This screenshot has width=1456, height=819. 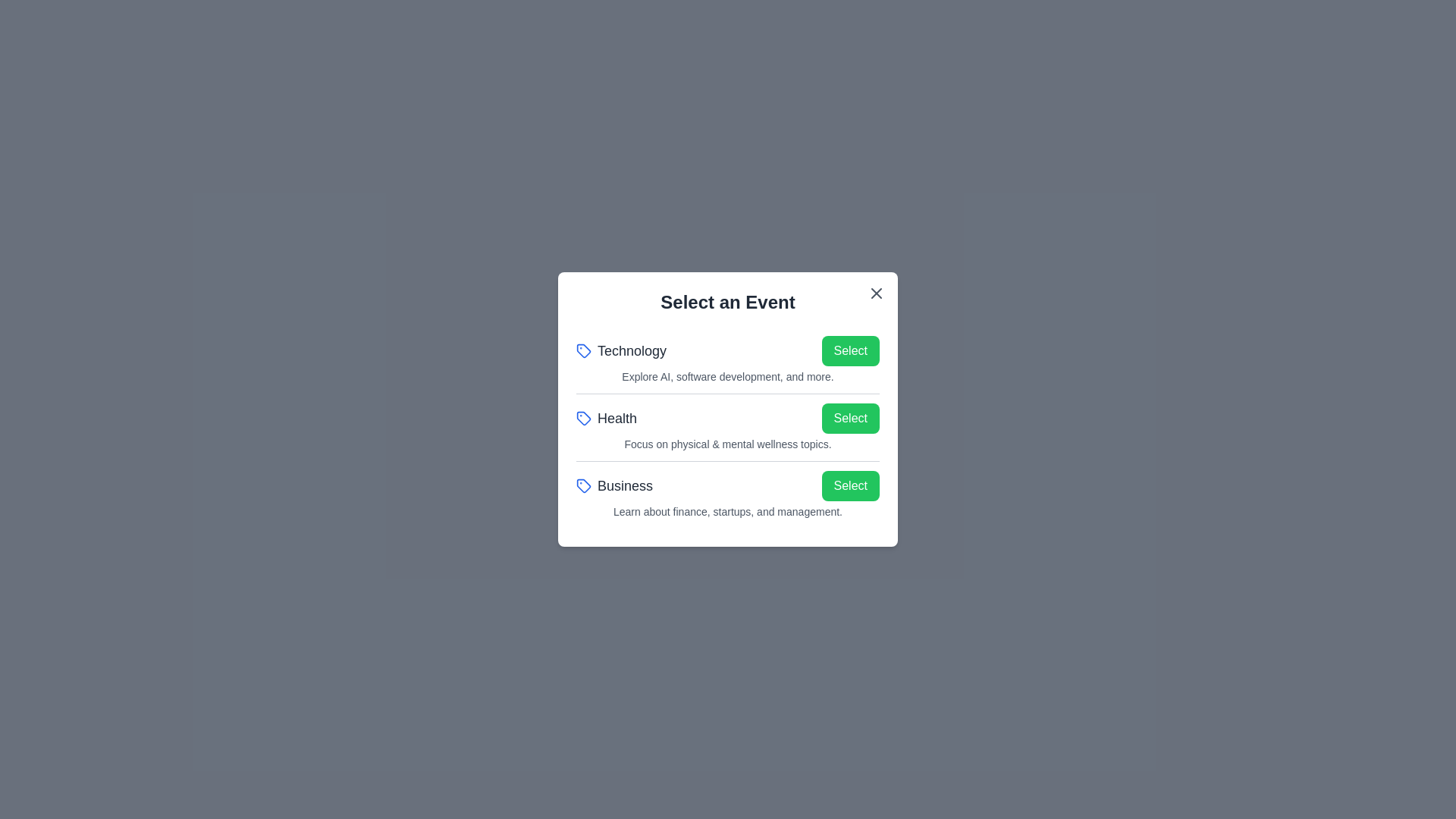 I want to click on the tag icon next to the category title Business, so click(x=582, y=485).